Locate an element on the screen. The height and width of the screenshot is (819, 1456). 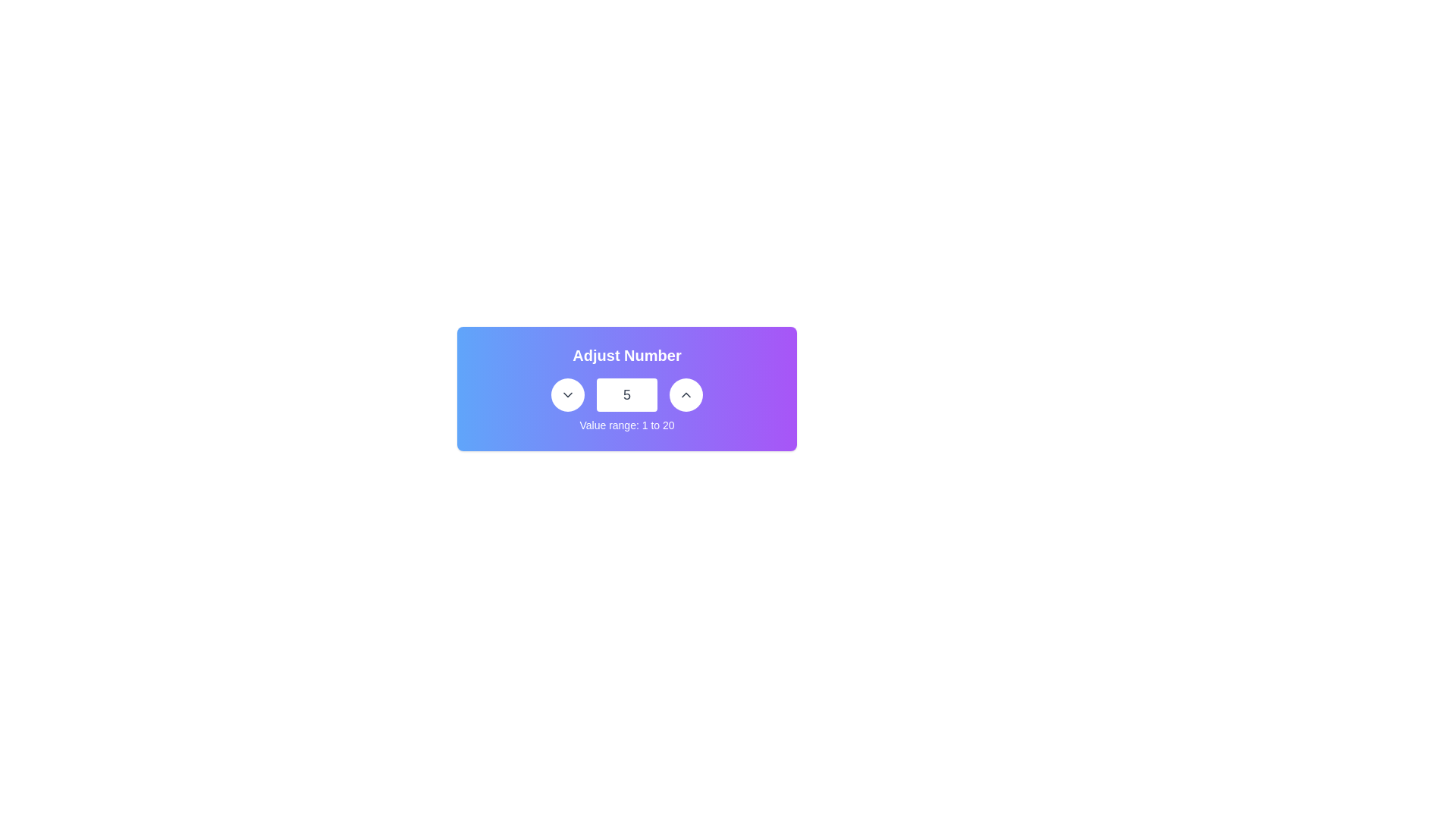
the increment button located to the right of the numeric display box to increment the value by one is located at coordinates (686, 394).